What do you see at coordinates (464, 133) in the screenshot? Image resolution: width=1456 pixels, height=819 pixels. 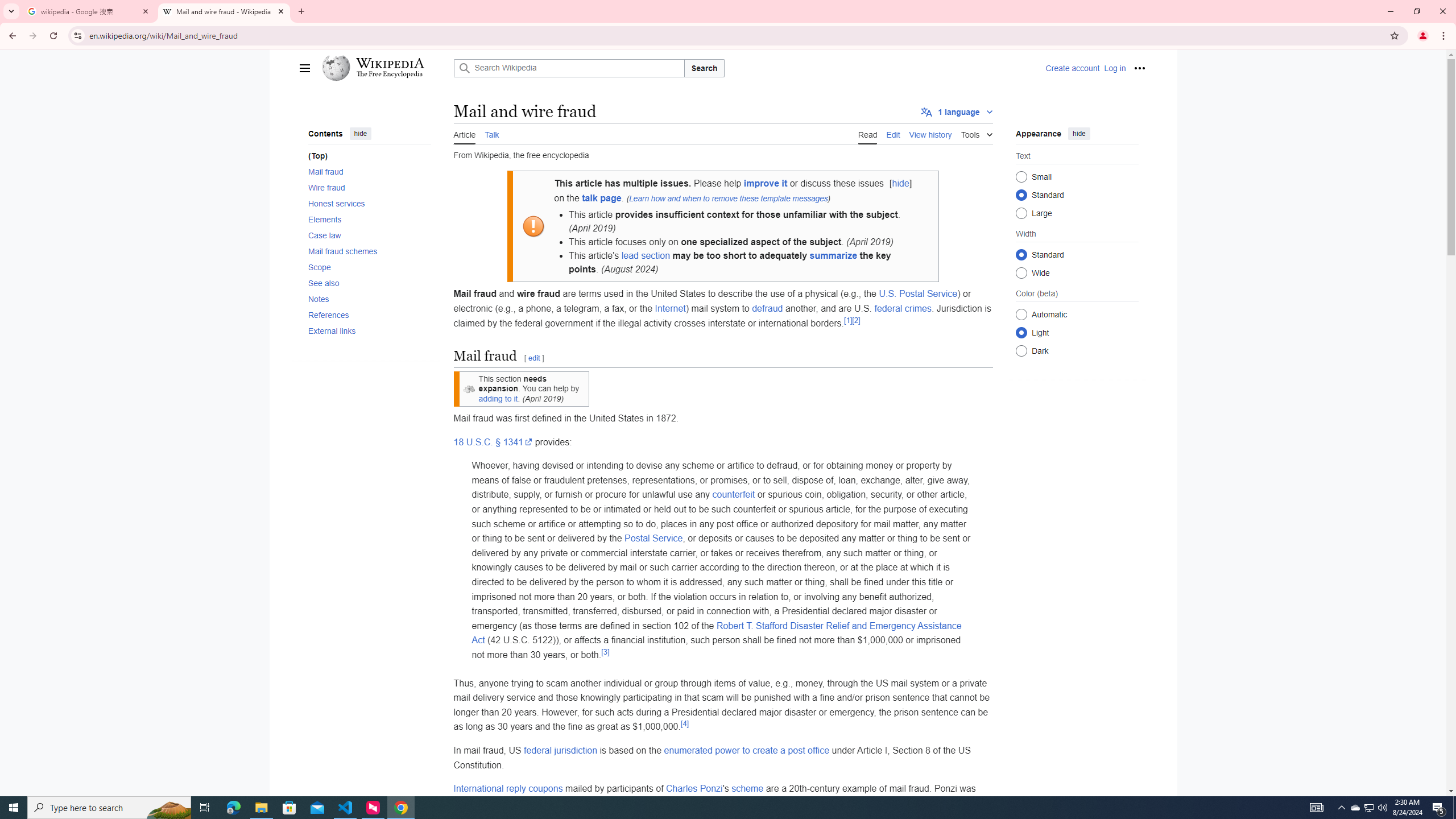 I see `'AutomationID: ca-nstab-main'` at bounding box center [464, 133].